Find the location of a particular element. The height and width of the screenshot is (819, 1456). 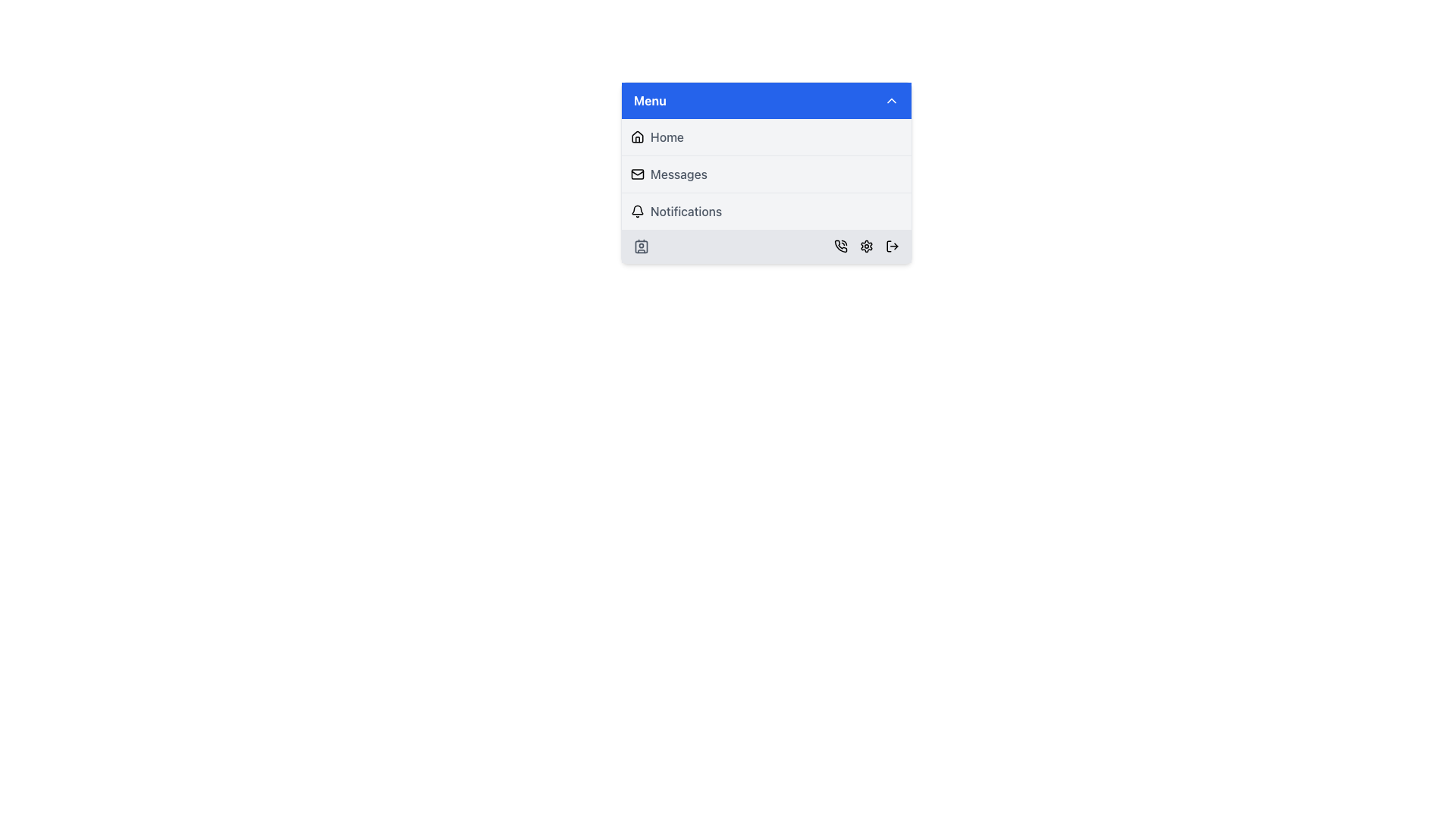

the small rectangular Box with rounded corners located at the bottom of the menu, which is the first element on the left in its row is located at coordinates (641, 245).